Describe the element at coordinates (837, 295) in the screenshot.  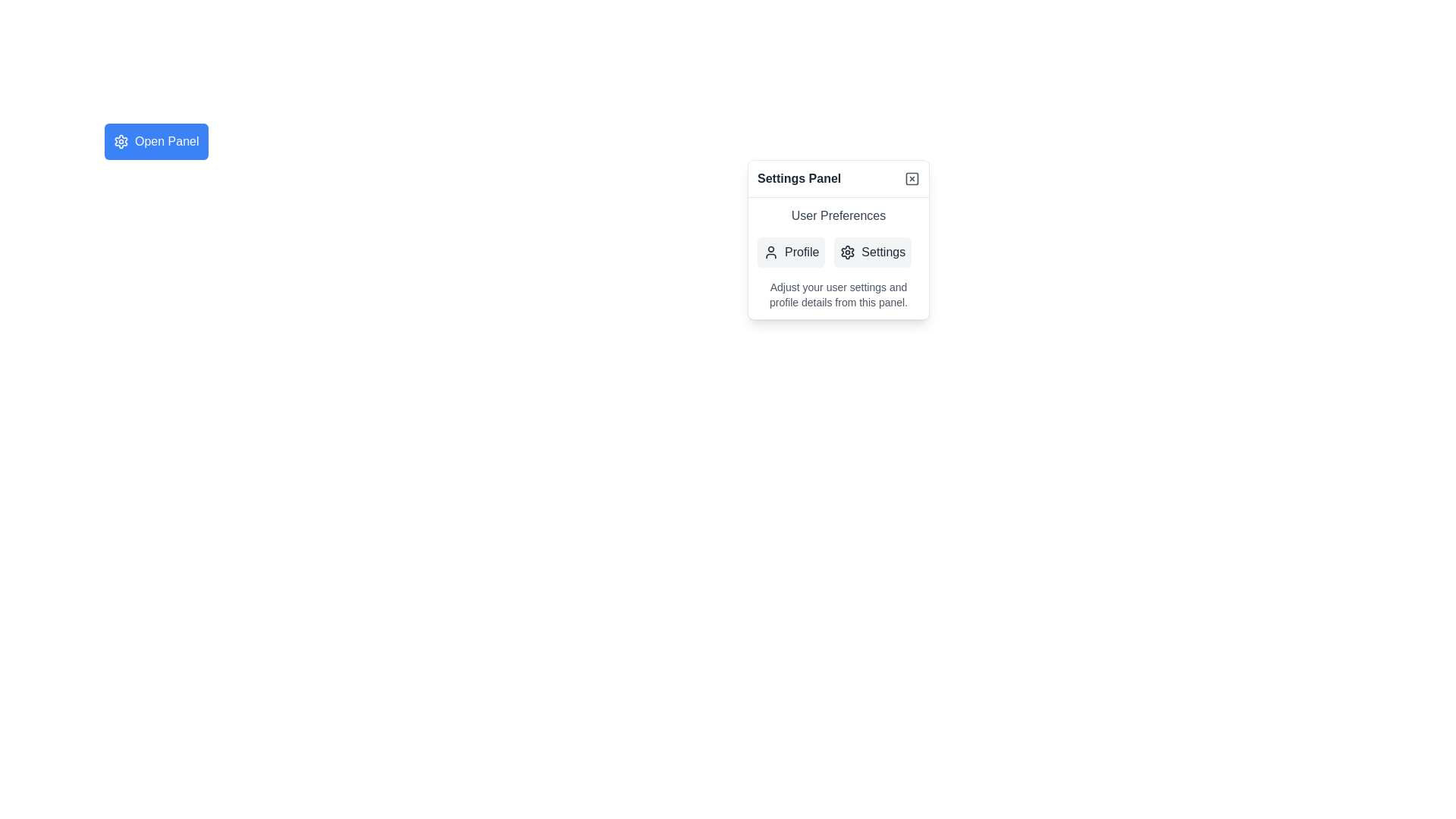
I see `the static descriptive text at the bottom of the settings panel, which explains that users can adjust their user settings and profile details` at that location.